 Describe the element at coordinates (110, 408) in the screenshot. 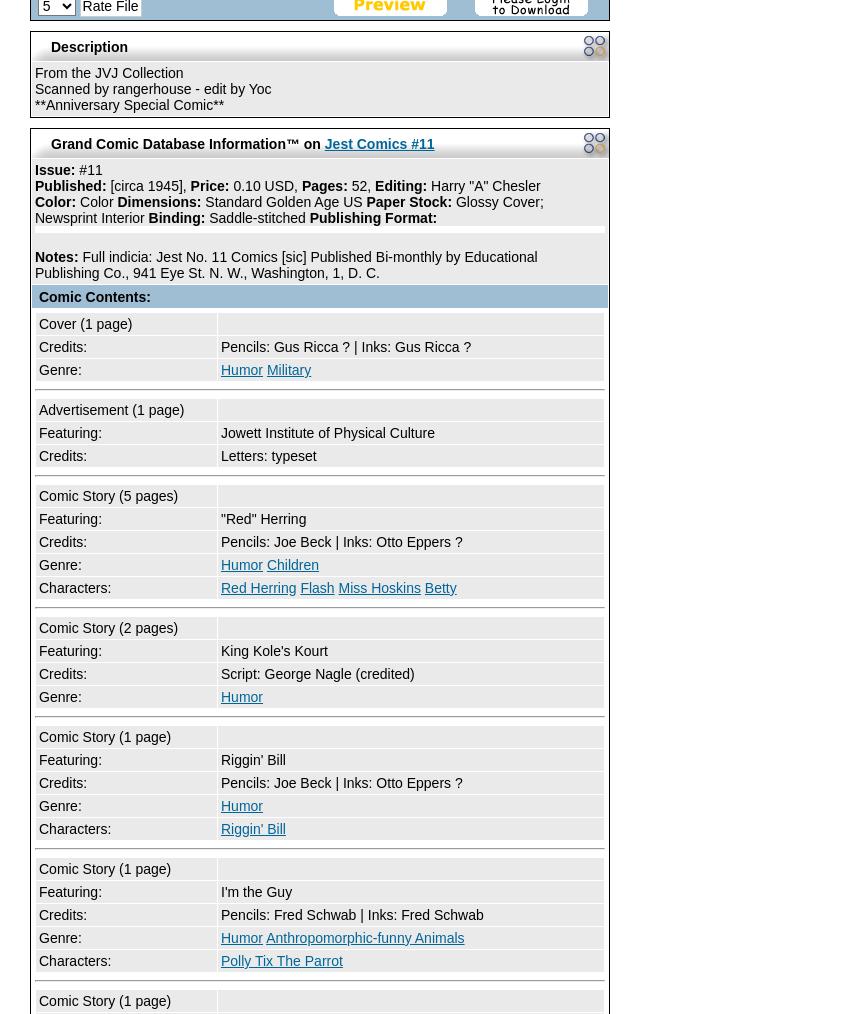

I see `'Advertisement (1 page)'` at that location.